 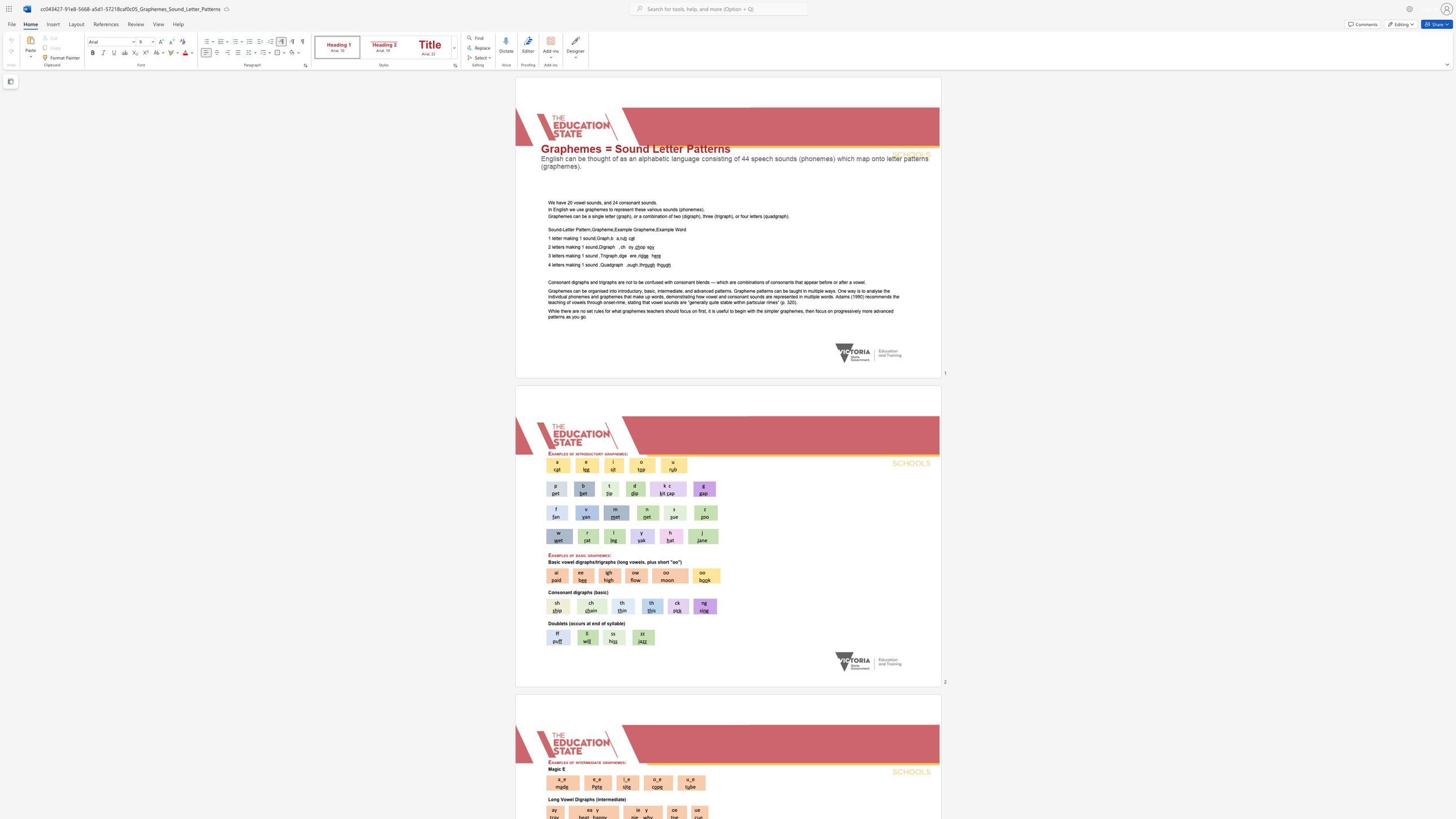 What do you see at coordinates (556, 247) in the screenshot?
I see `the subset text "tters making" within the text "2 letters making 1 sound,Digraph      , ch    oy ,"` at bounding box center [556, 247].